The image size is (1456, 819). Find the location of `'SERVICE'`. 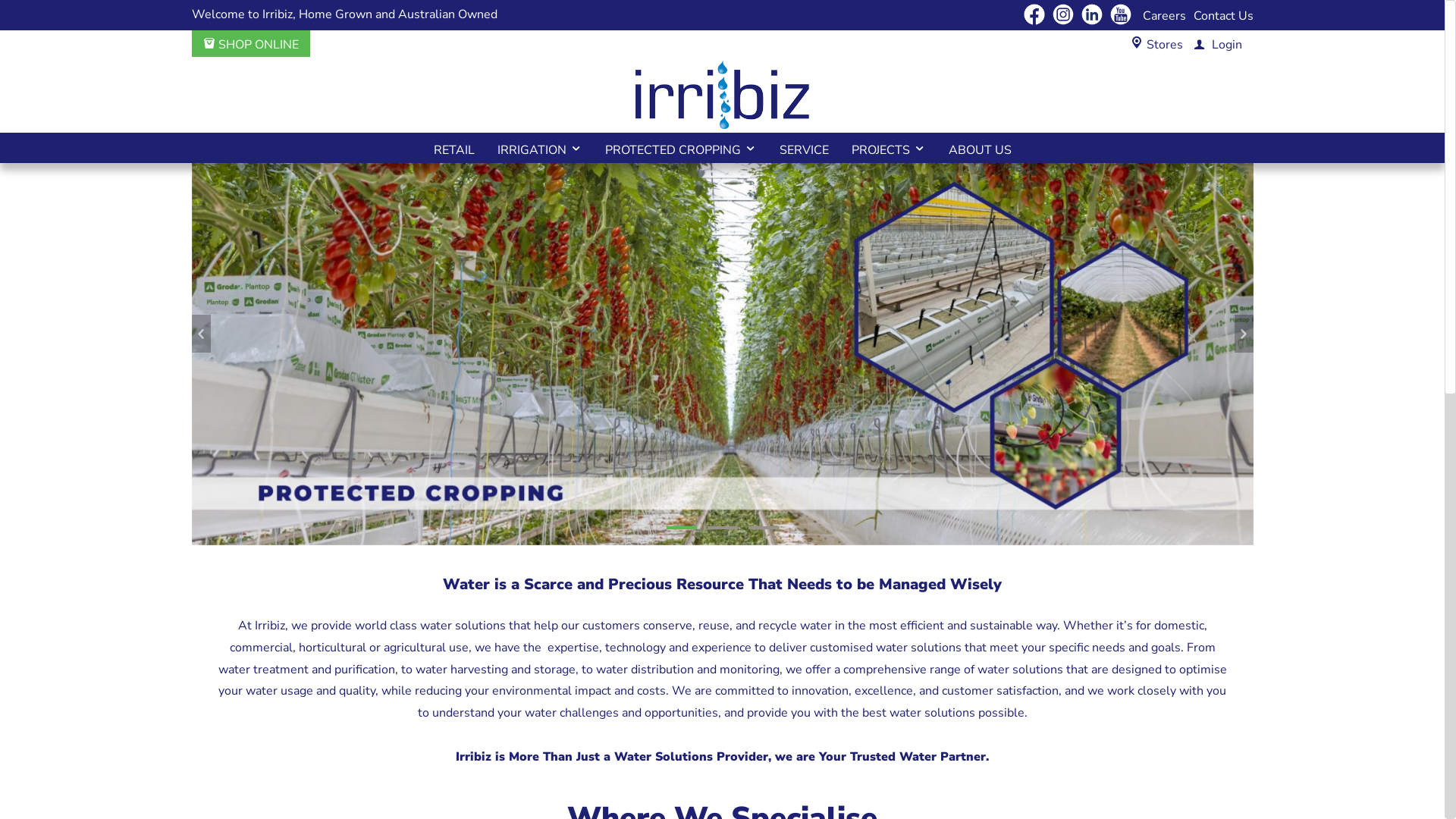

'SERVICE' is located at coordinates (802, 148).